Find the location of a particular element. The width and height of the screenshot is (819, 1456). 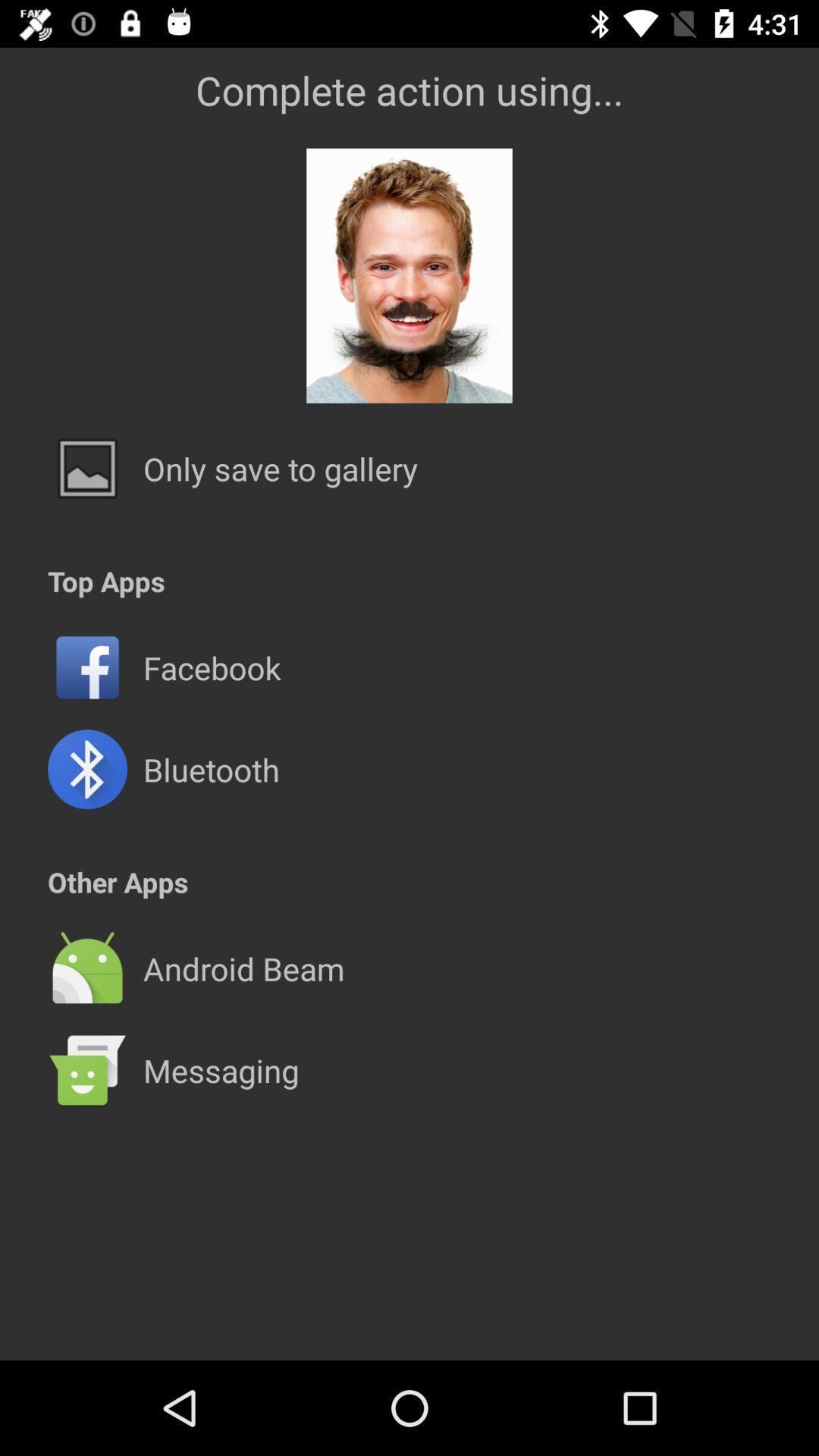

only save to item is located at coordinates (281, 468).